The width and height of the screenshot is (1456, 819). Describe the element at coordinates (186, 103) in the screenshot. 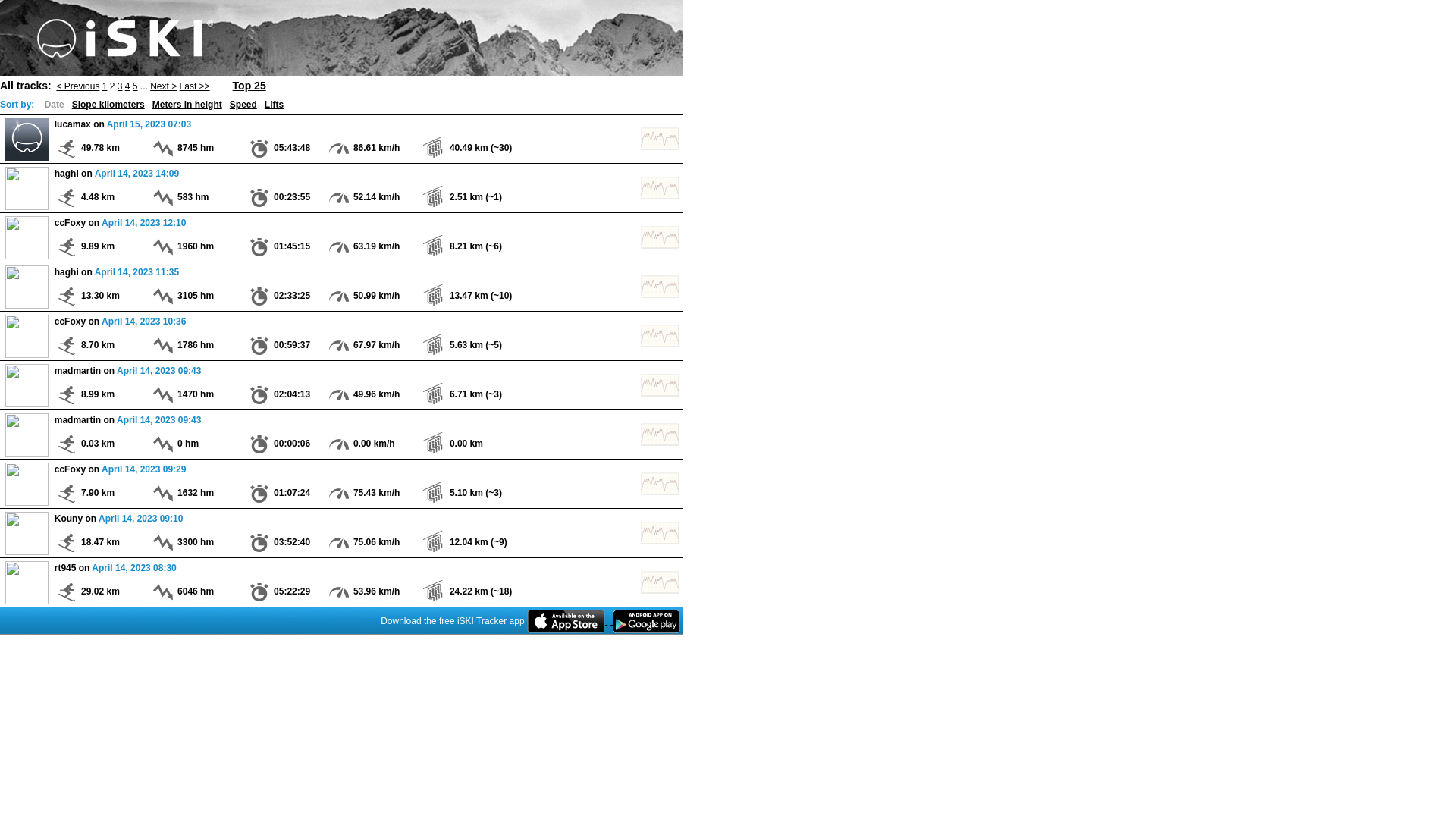

I see `'Meters in height'` at that location.